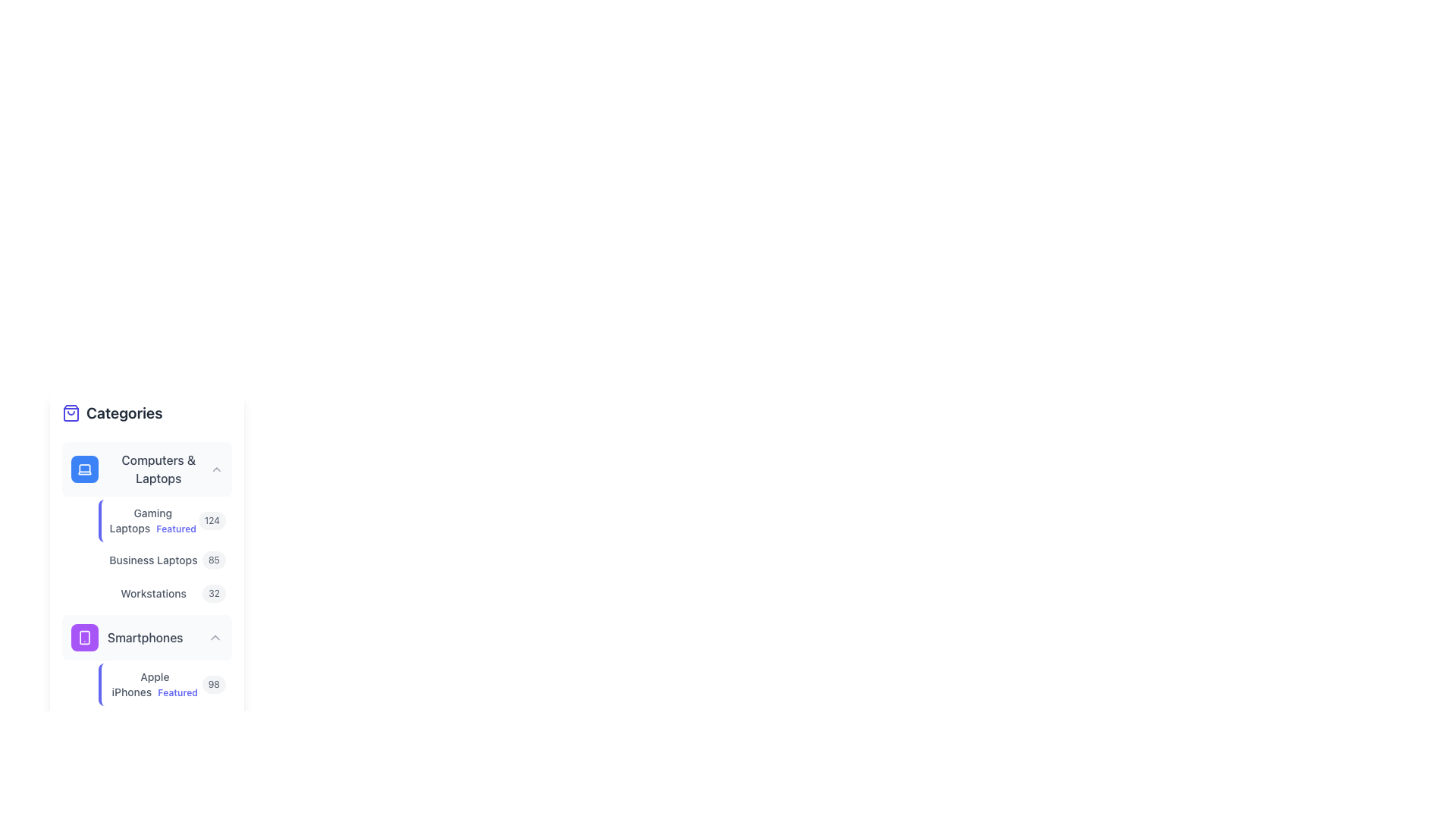  What do you see at coordinates (213, 593) in the screenshot?
I see `the badge component displaying the numeric indicator for the 'Workstations' category, which is located to the right of the 'Workstations' label` at bounding box center [213, 593].